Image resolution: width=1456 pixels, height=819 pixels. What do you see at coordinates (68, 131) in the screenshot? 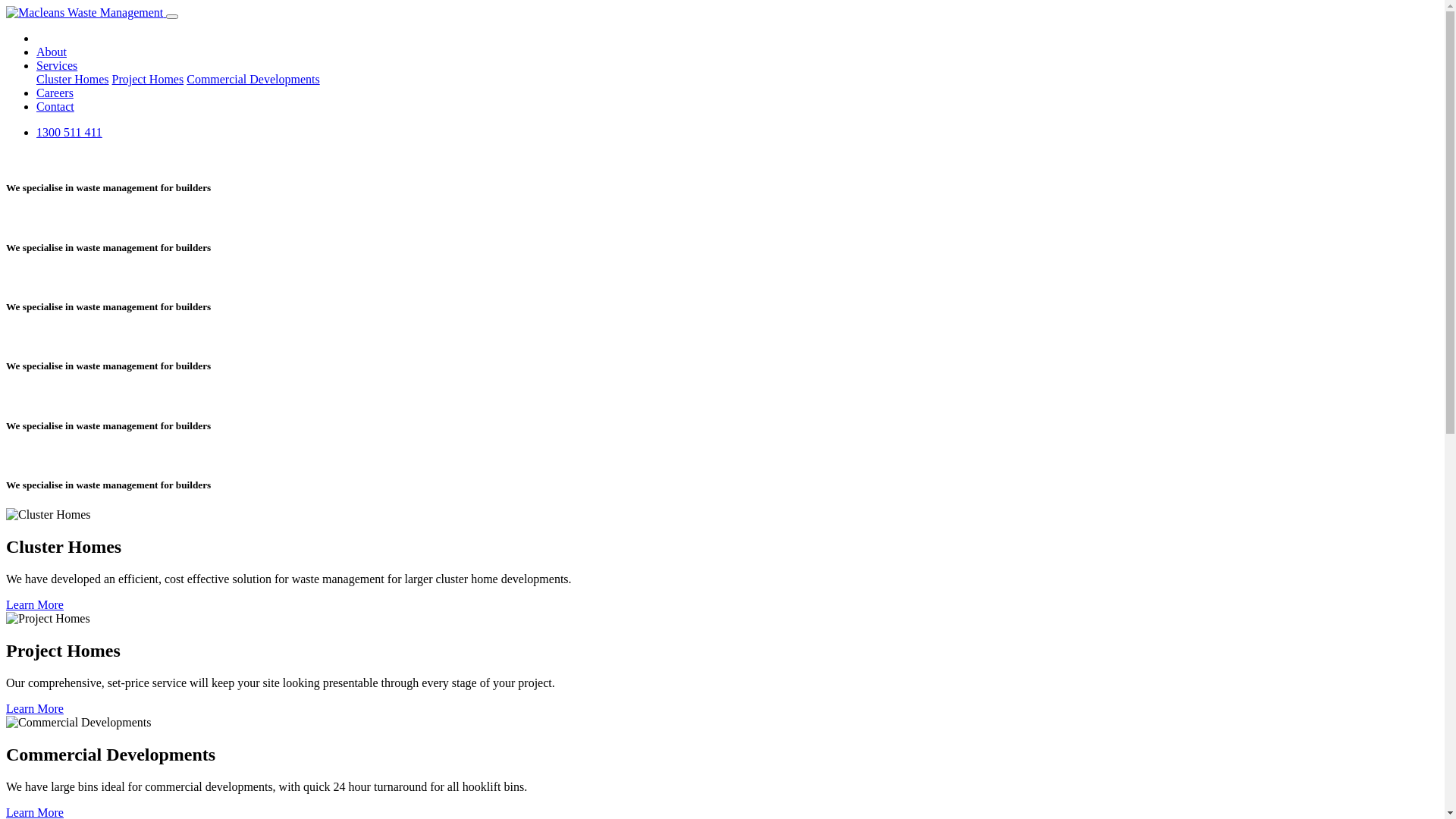
I see `'1300 511 411'` at bounding box center [68, 131].